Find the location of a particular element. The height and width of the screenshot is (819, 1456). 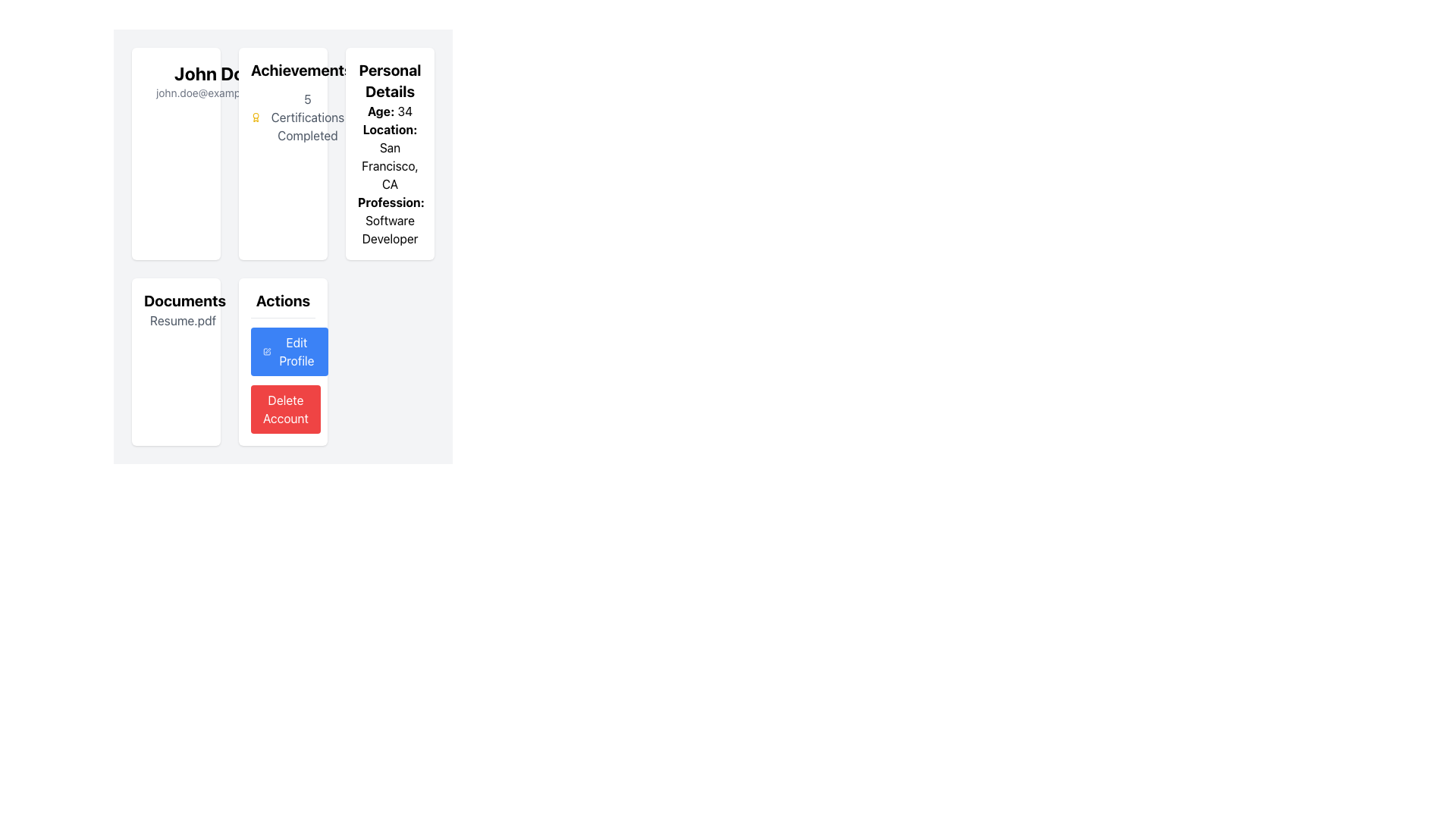

the '5 Certifications Completed' label in the Achievements section, which is styled in a modern sans-serif font and located centrally within the second column, adjacent to an award icon is located at coordinates (306, 116).